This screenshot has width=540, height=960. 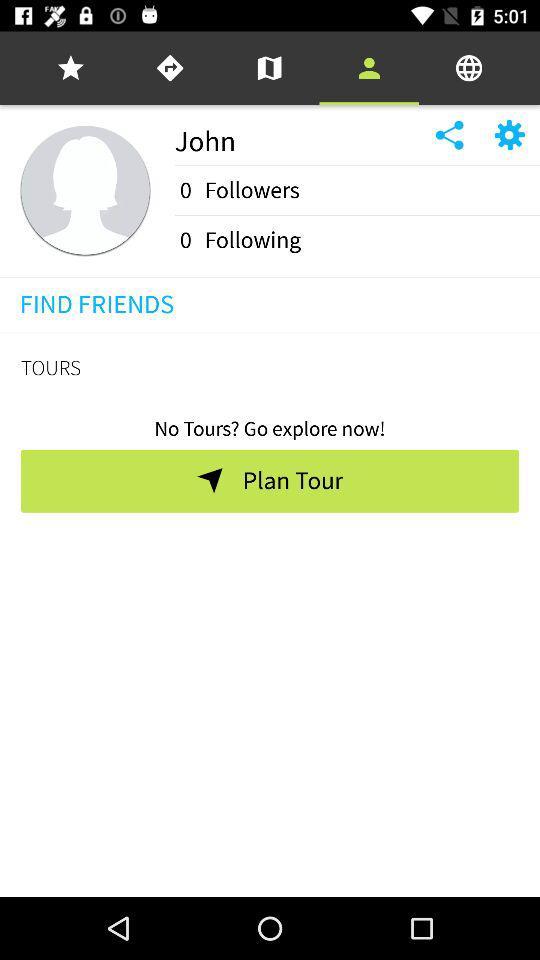 What do you see at coordinates (269, 68) in the screenshot?
I see `the icon above the john item` at bounding box center [269, 68].